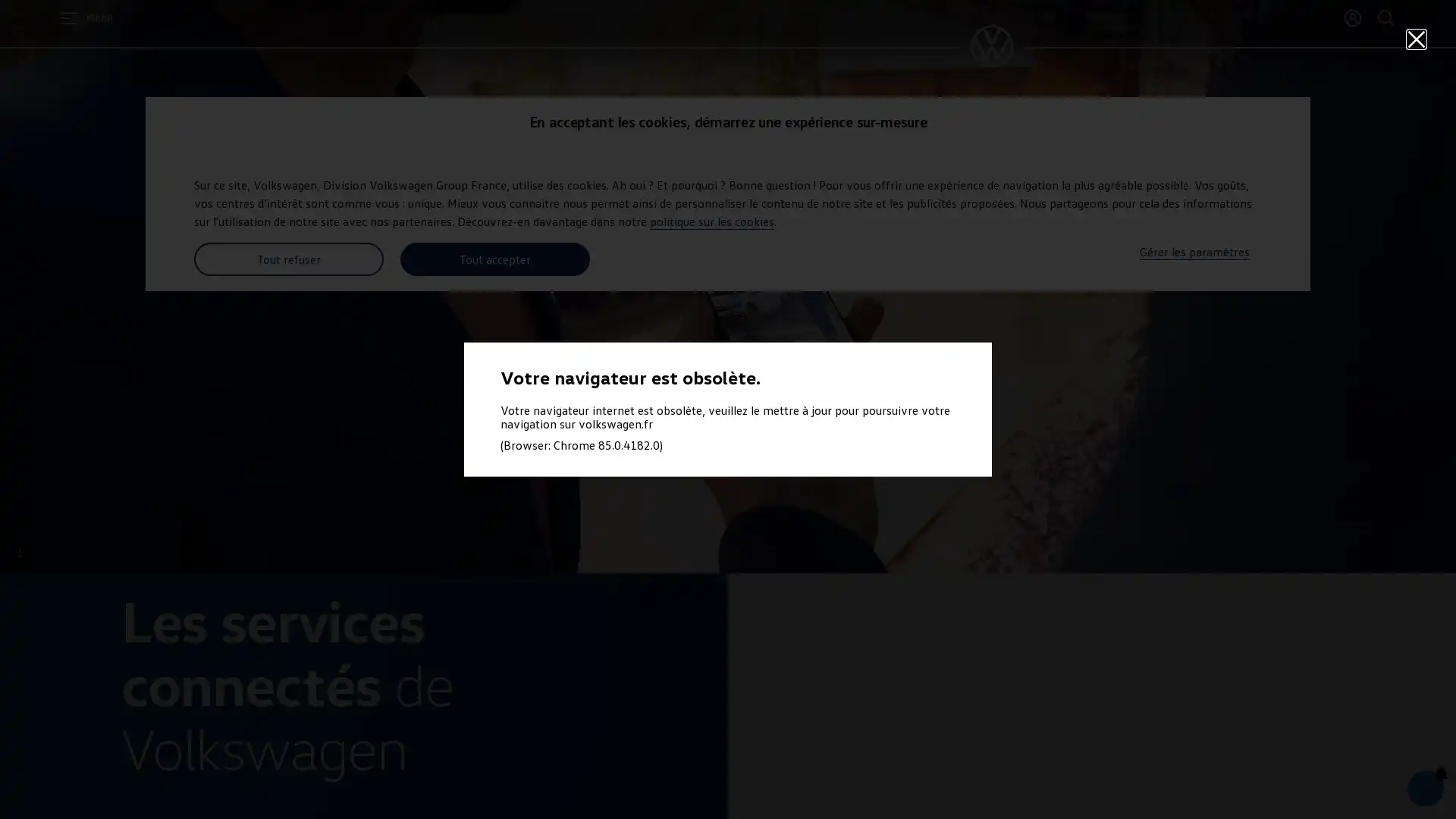 This screenshot has height=819, width=1456. What do you see at coordinates (494, 259) in the screenshot?
I see `Tout accepter` at bounding box center [494, 259].